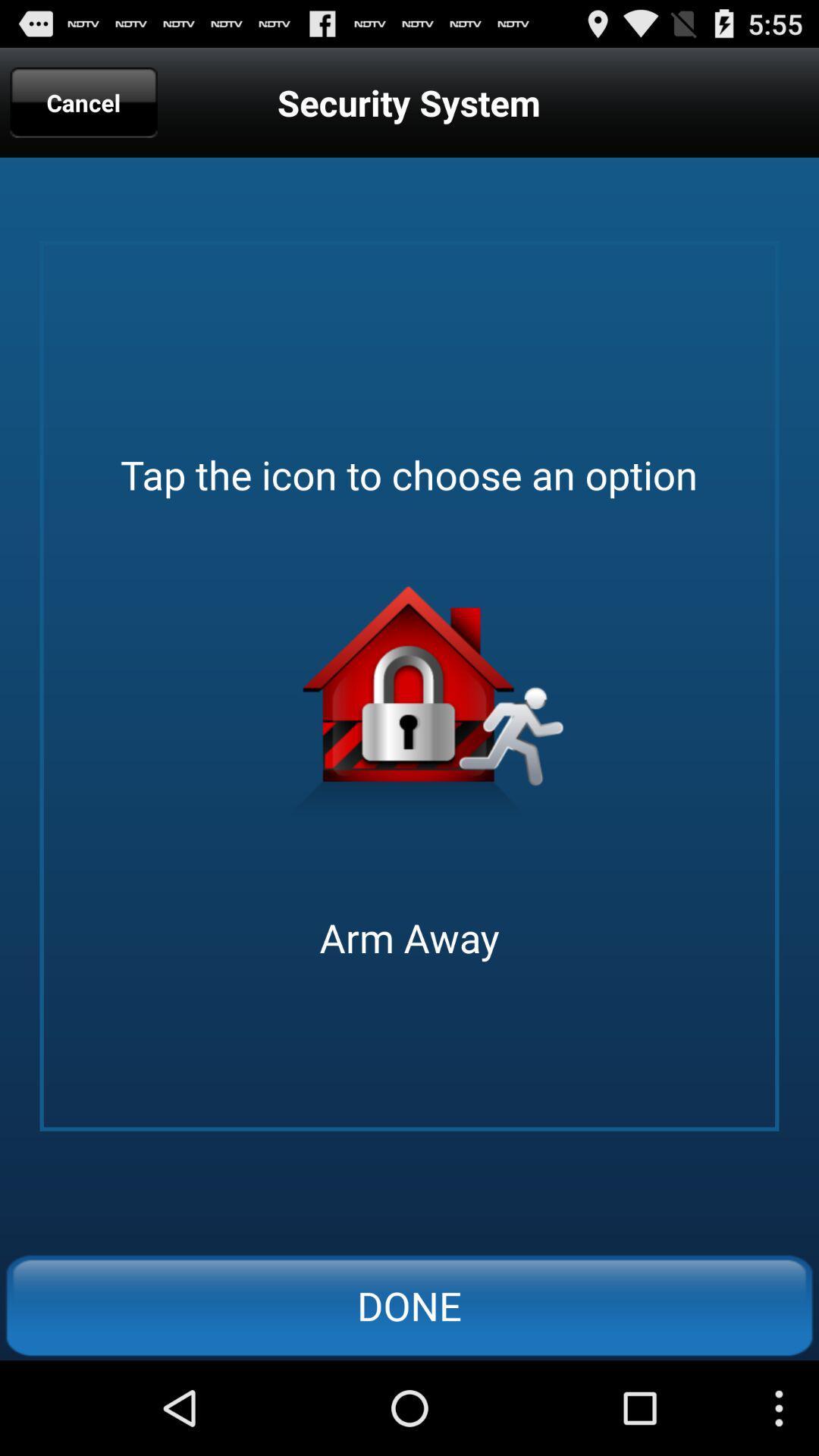  I want to click on arm away option, so click(409, 707).